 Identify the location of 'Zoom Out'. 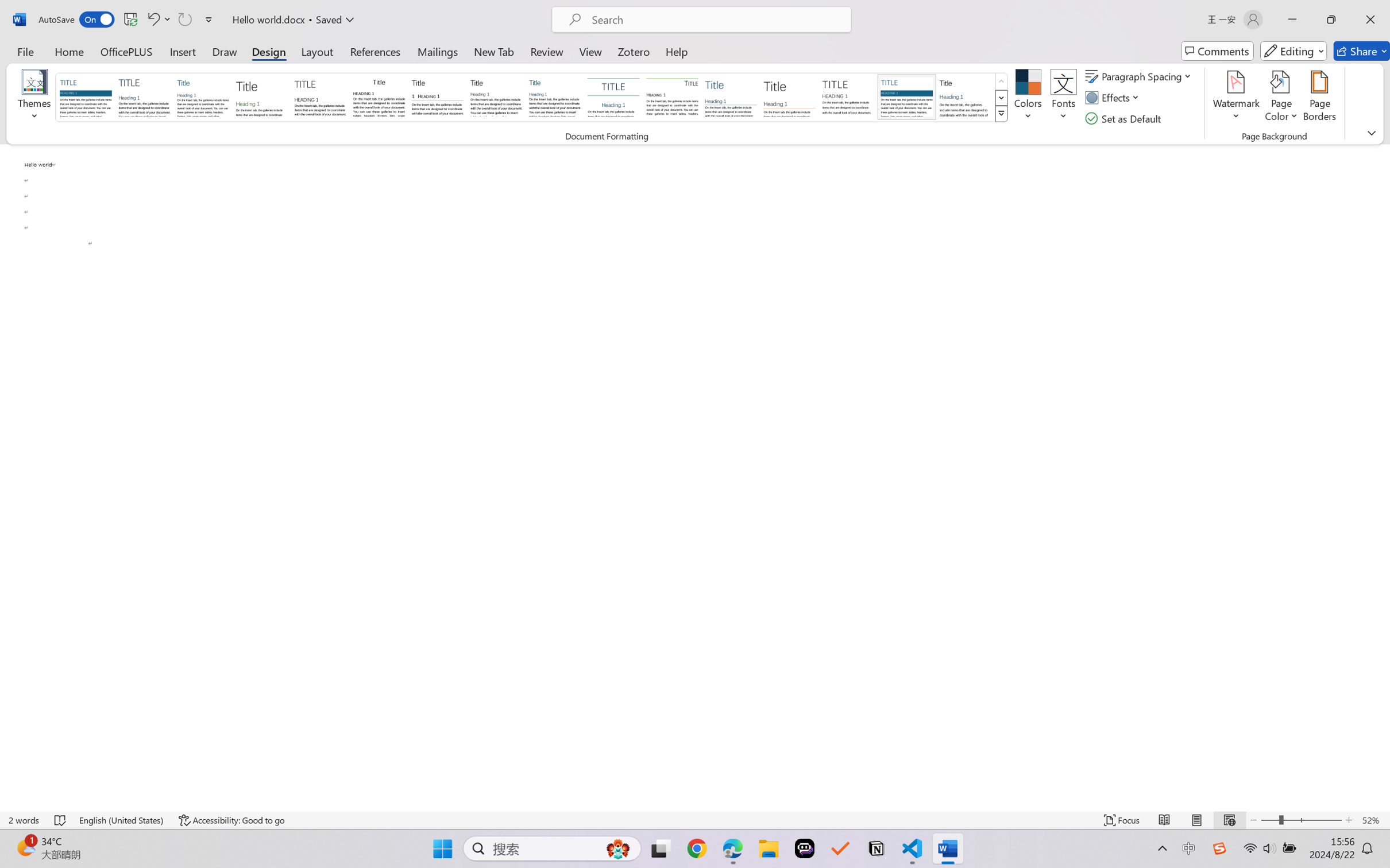
(1269, 820).